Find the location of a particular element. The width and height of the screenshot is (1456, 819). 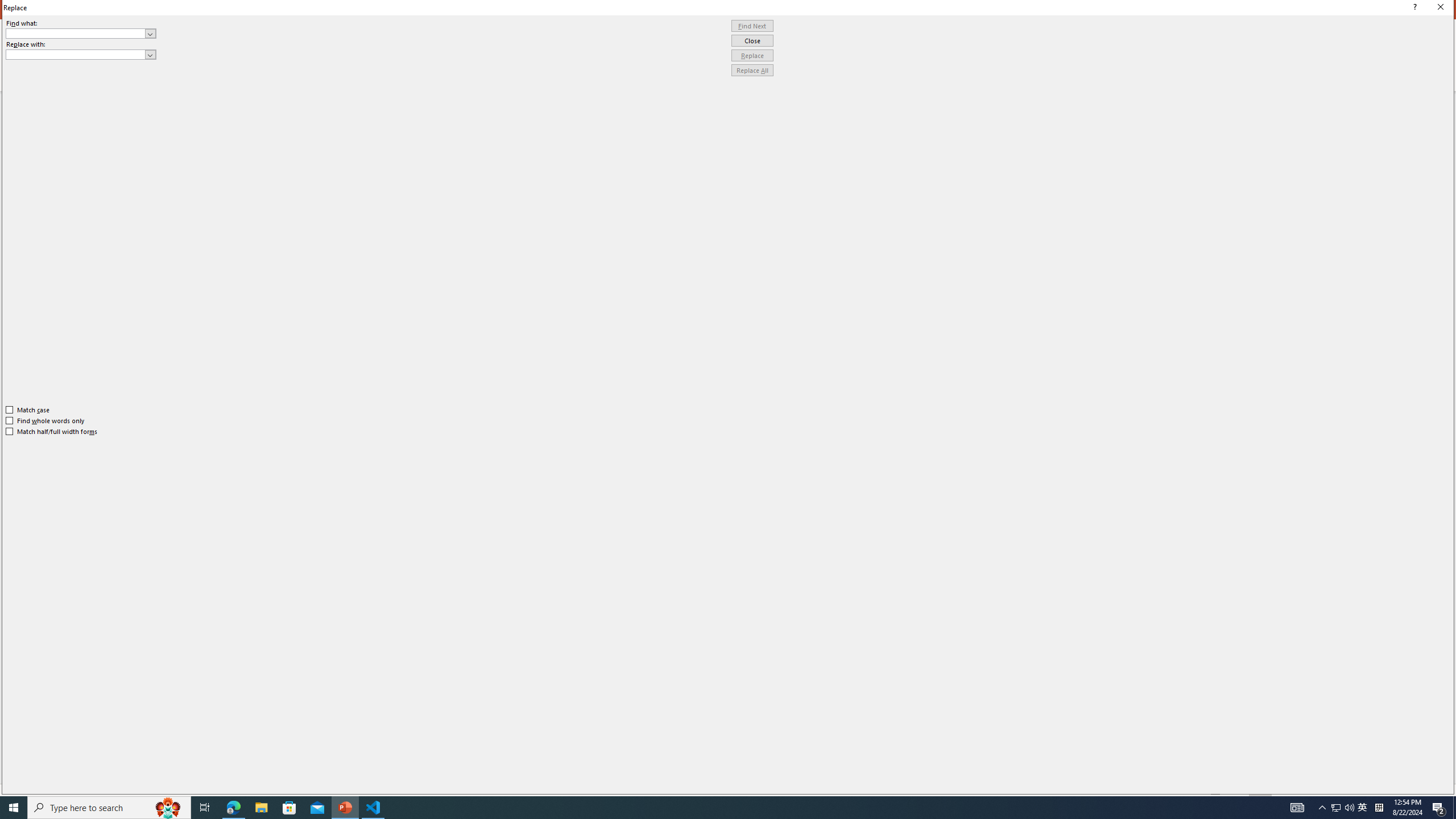

'Replace' is located at coordinates (752, 55).